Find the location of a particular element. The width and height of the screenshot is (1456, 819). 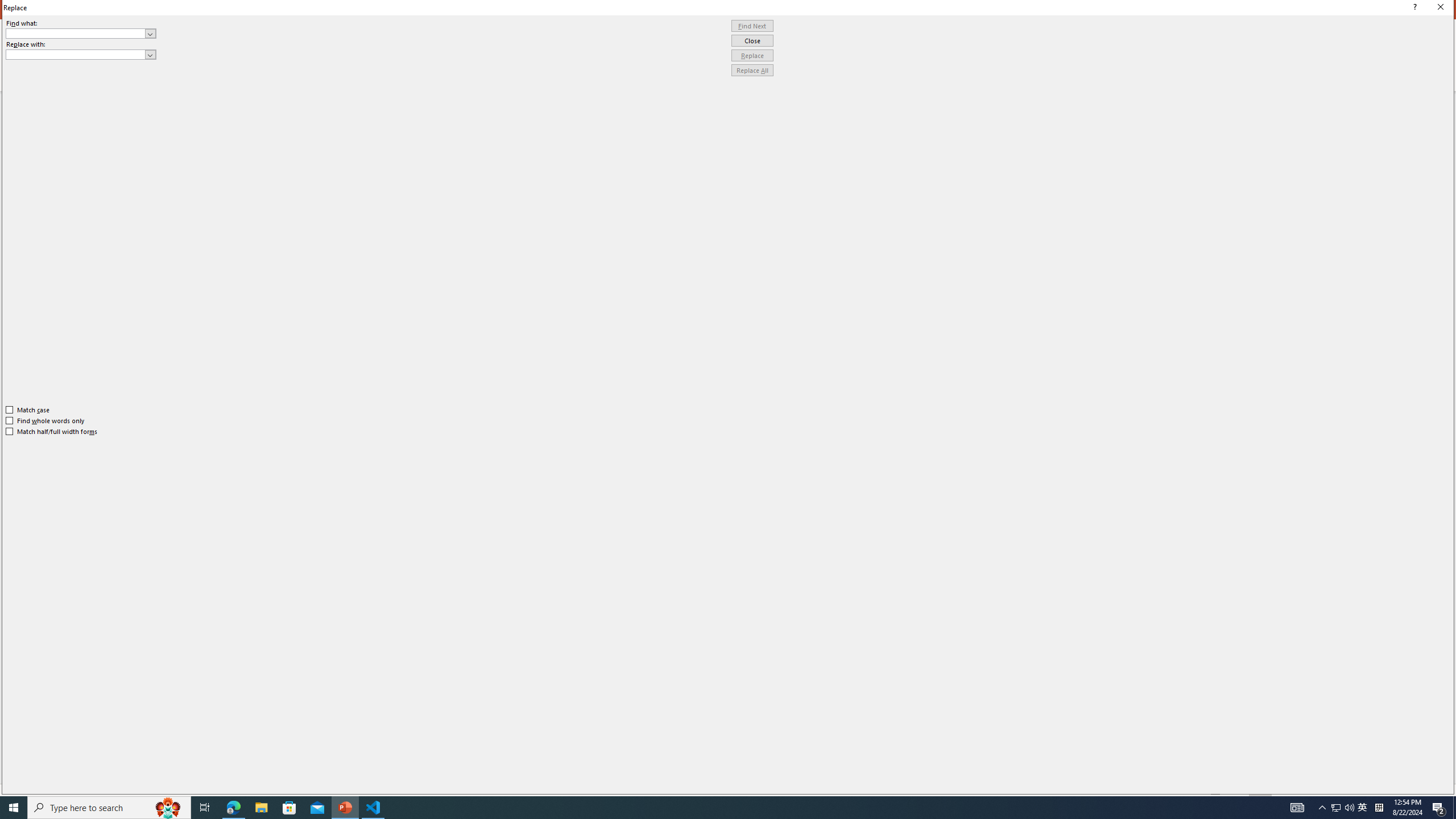

'Replace' is located at coordinates (752, 55).